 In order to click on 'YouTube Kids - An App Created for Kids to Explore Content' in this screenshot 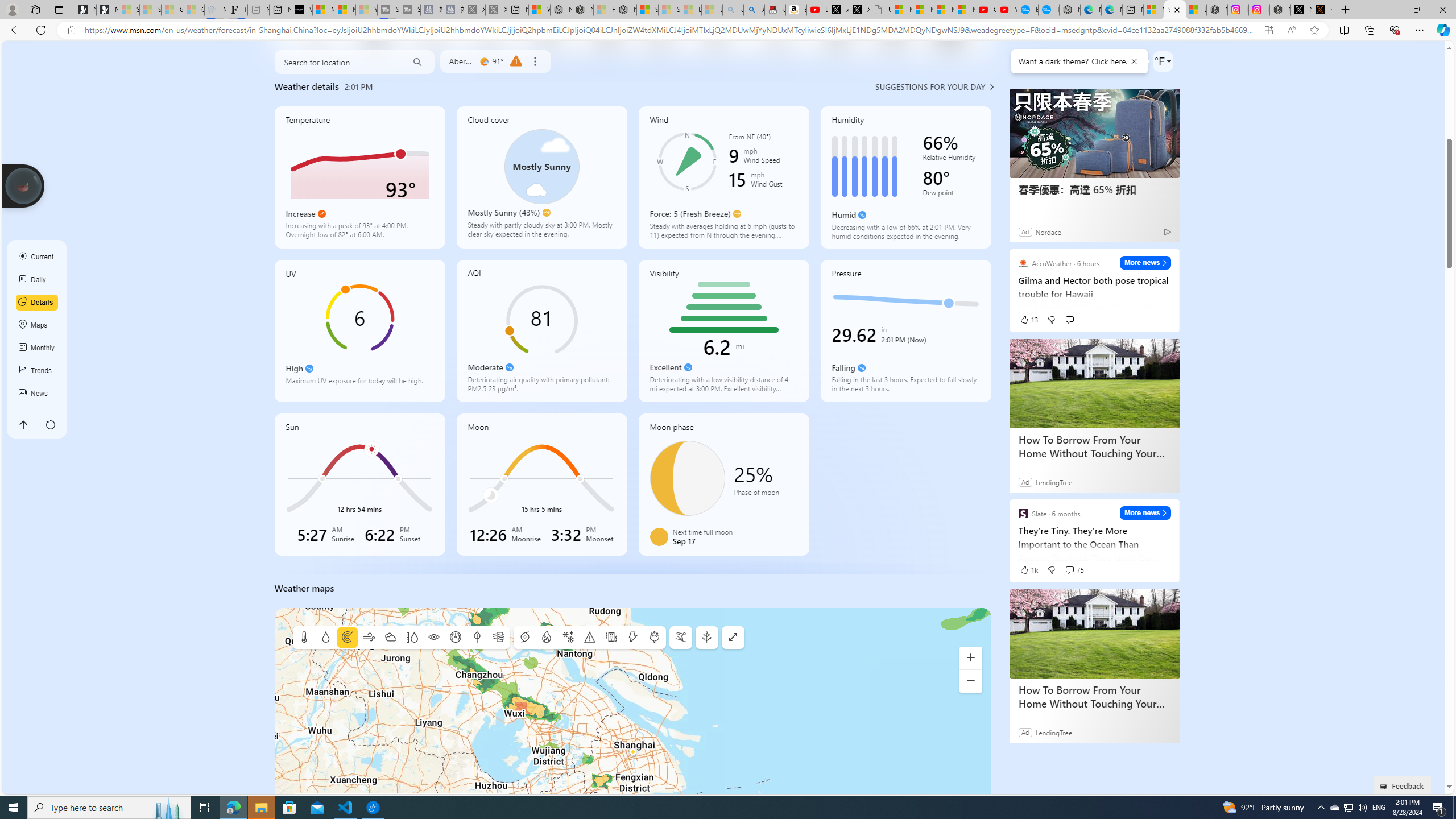, I will do `click(1006, 9)`.